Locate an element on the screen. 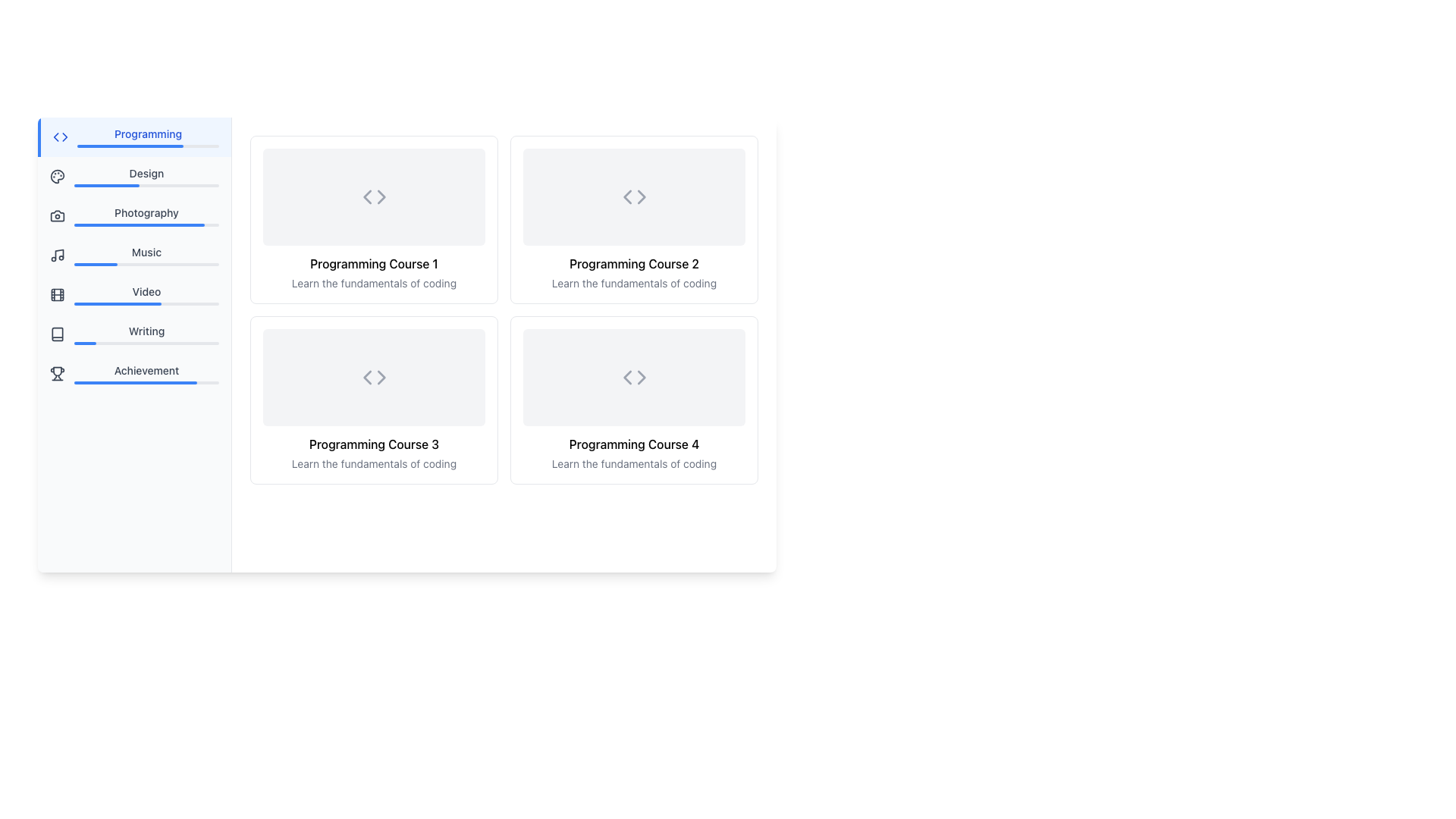 The width and height of the screenshot is (1456, 819). the informational card representing the second course in the top-right position of the 2x2 grid is located at coordinates (634, 219).